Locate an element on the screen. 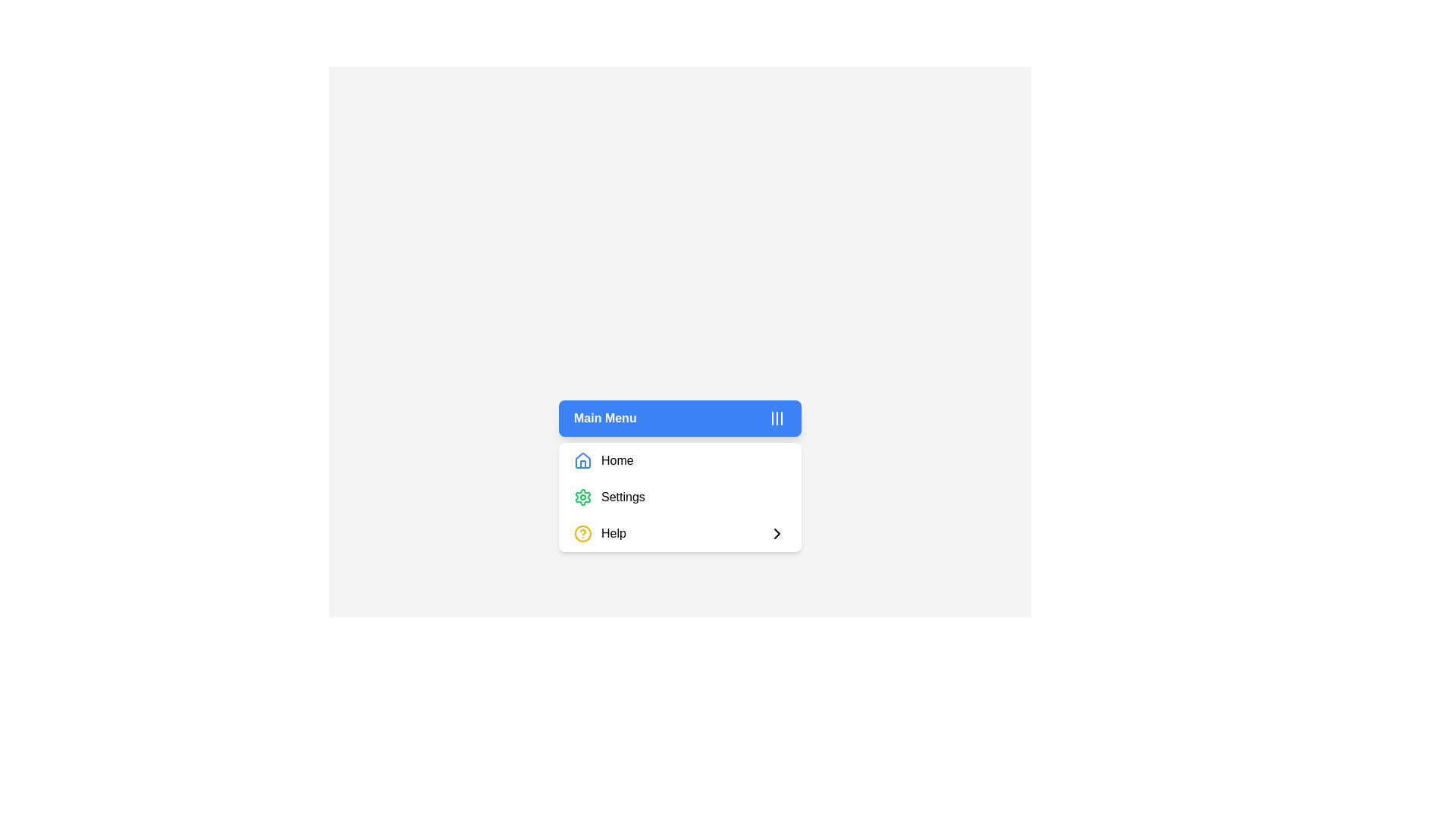 The image size is (1456, 819). the 'Help' SVG graphic element, which is a circular icon representing a question mark, positioned to the left of the 'Help' text is located at coordinates (582, 533).